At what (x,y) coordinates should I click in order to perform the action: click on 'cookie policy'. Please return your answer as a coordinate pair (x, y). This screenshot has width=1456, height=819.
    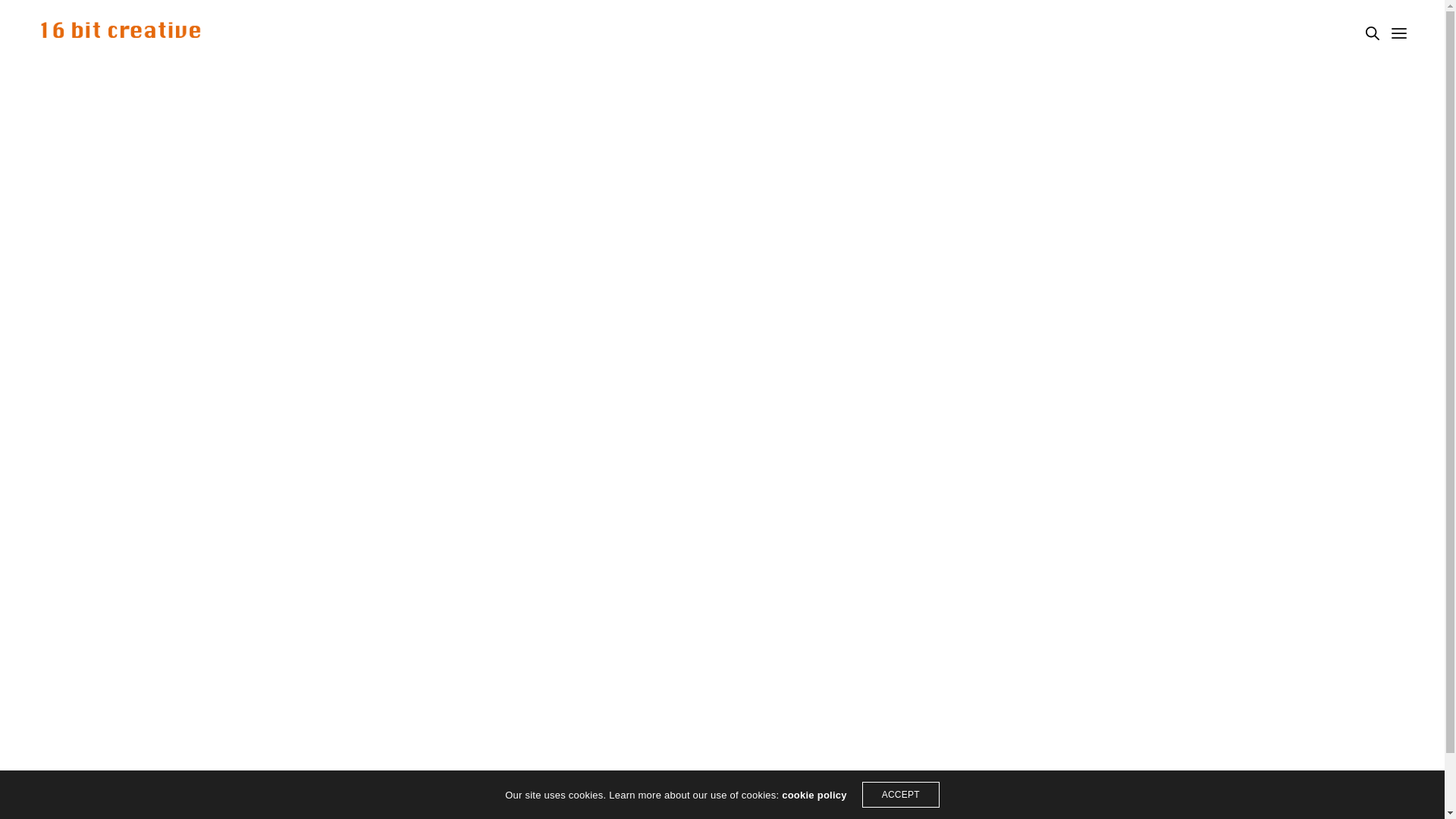
    Looking at the image, I should click on (814, 793).